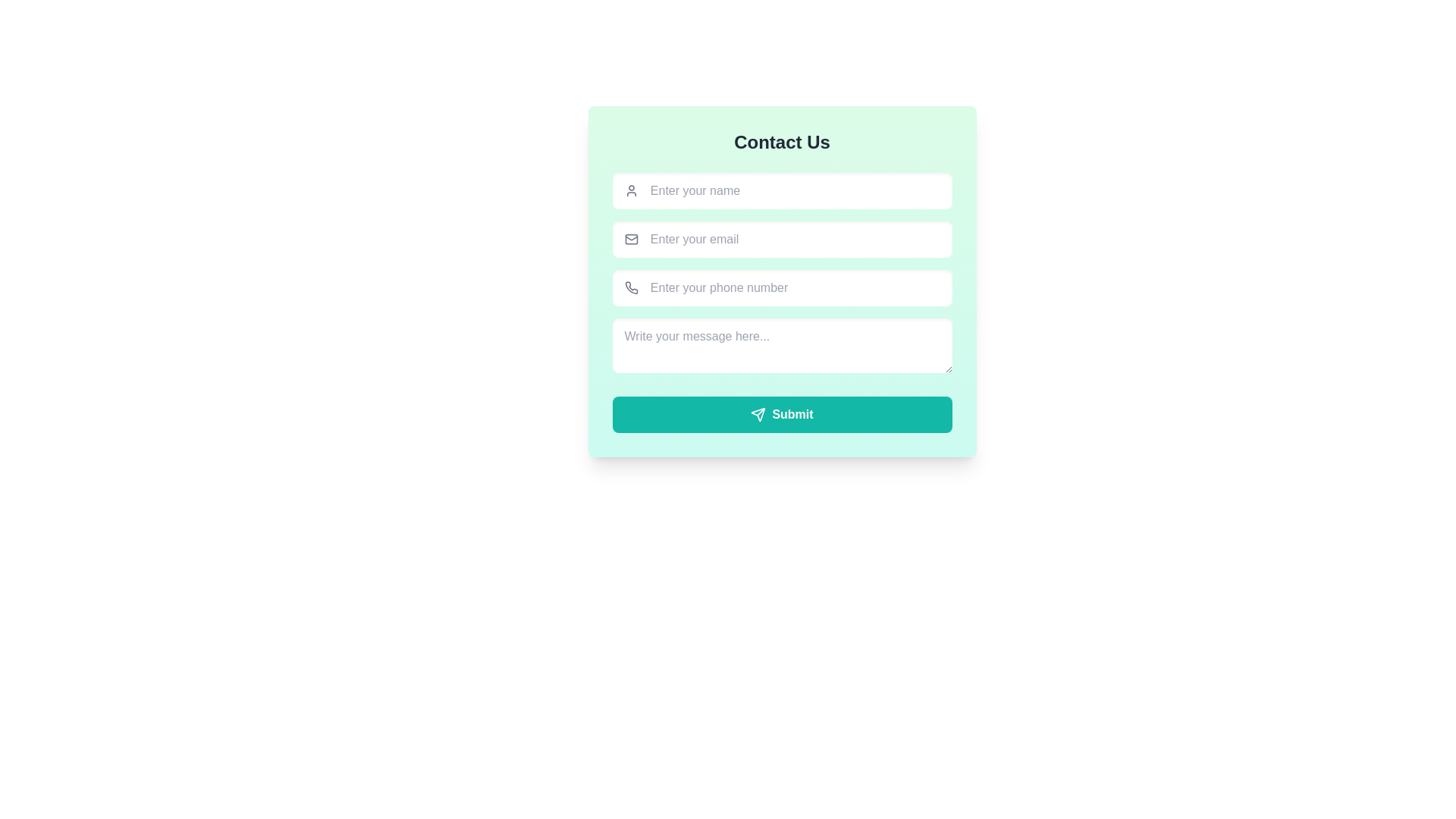 Image resolution: width=1456 pixels, height=819 pixels. Describe the element at coordinates (792, 415) in the screenshot. I see `label 'Submit' of the text label inside the teal button at the bottom of the 'Contact Us' form` at that location.